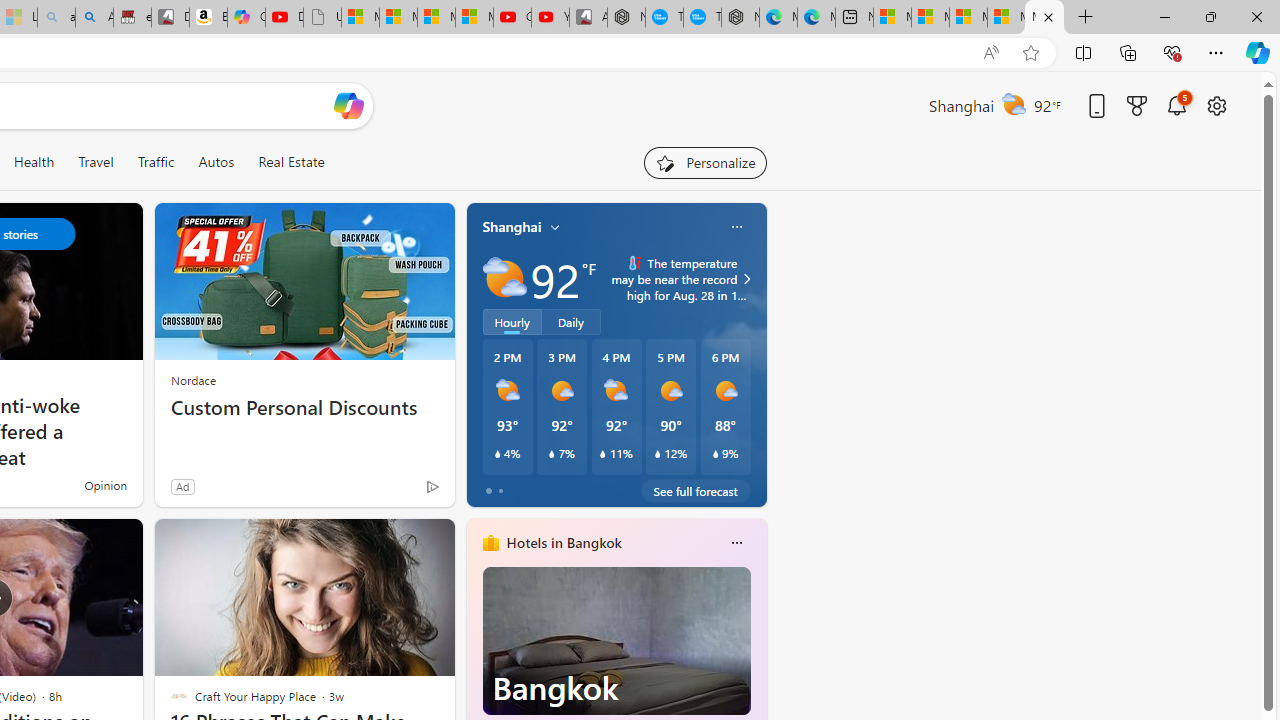 The image size is (1280, 720). Describe the element at coordinates (34, 161) in the screenshot. I see `'Health'` at that location.